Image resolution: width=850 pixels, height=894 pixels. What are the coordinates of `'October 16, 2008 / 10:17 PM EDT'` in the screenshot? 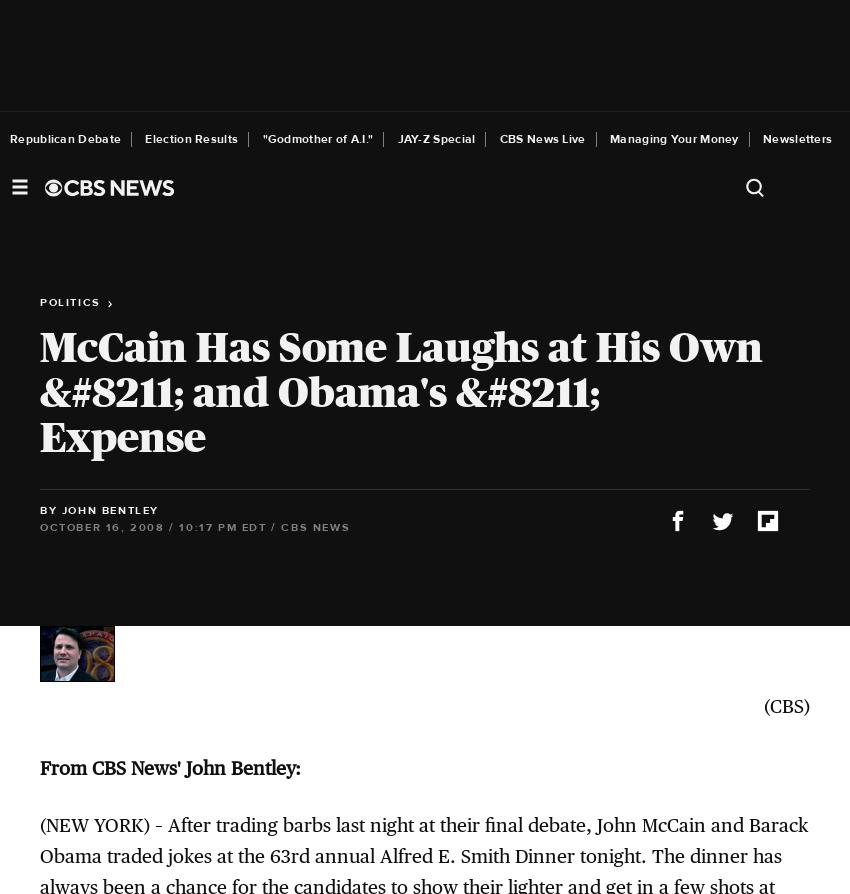 It's located at (153, 527).